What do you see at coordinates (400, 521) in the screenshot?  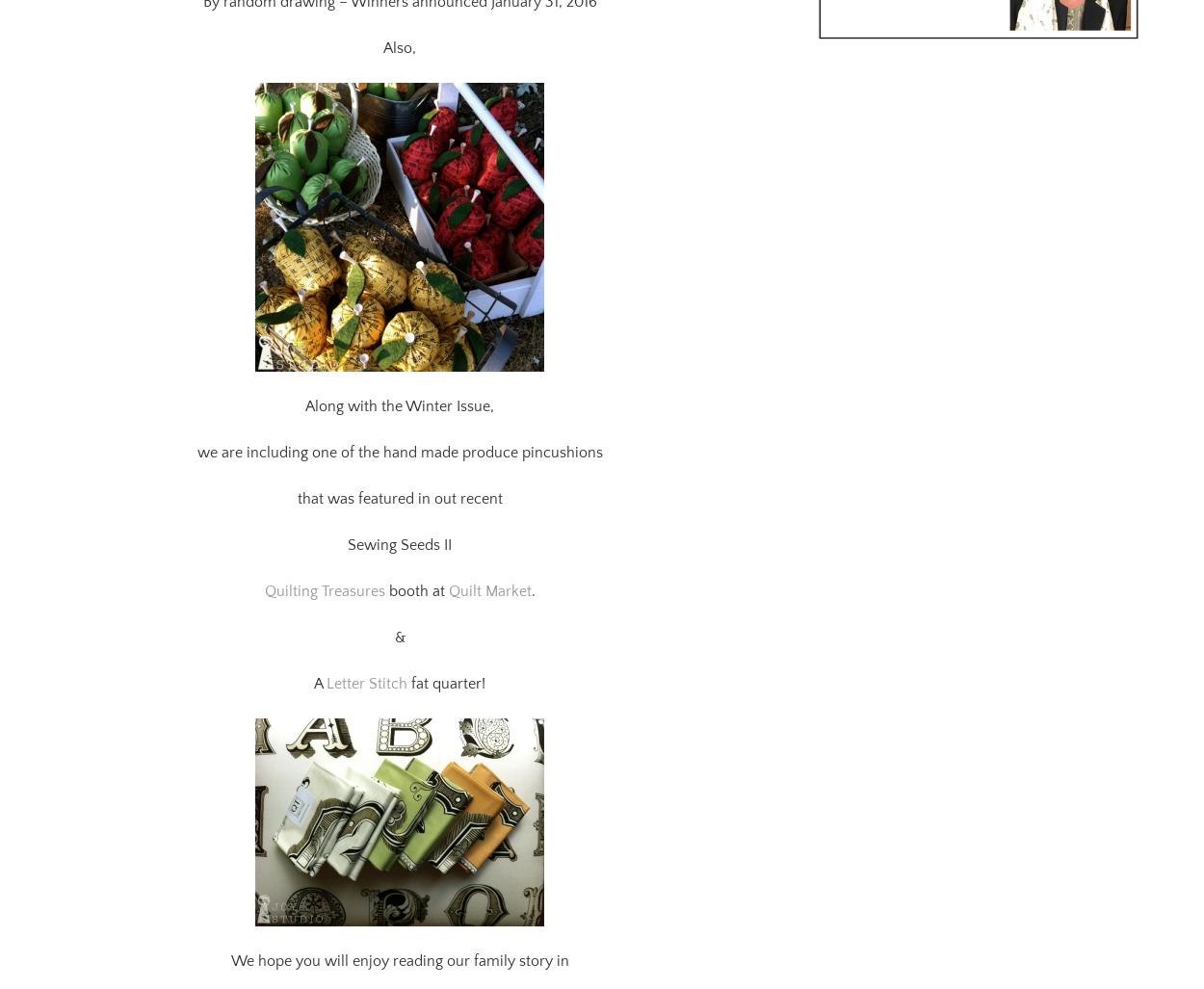 I see `'Sewing Seeds II'` at bounding box center [400, 521].